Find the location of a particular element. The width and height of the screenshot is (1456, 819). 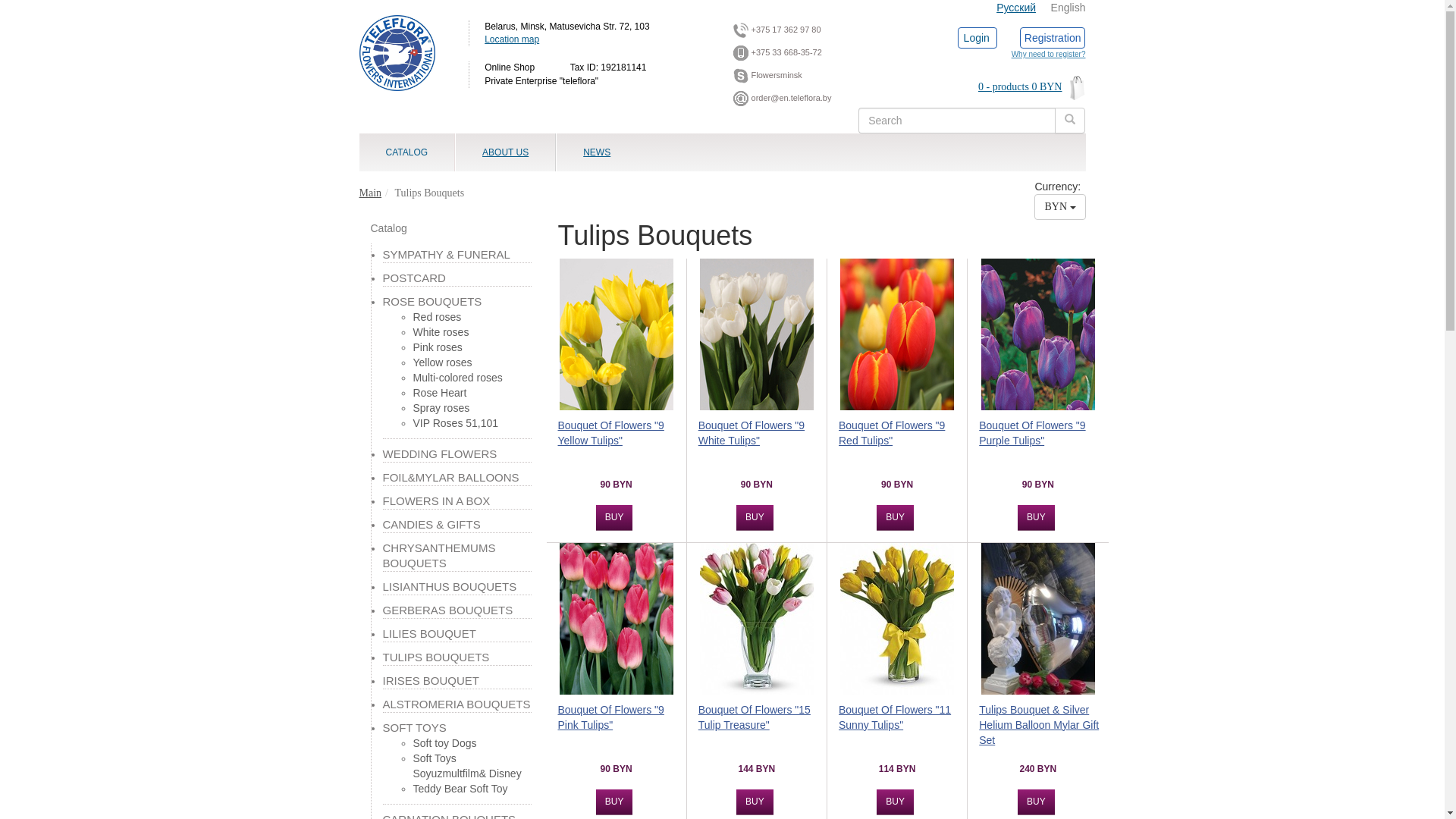

'Registration' is located at coordinates (1052, 37).